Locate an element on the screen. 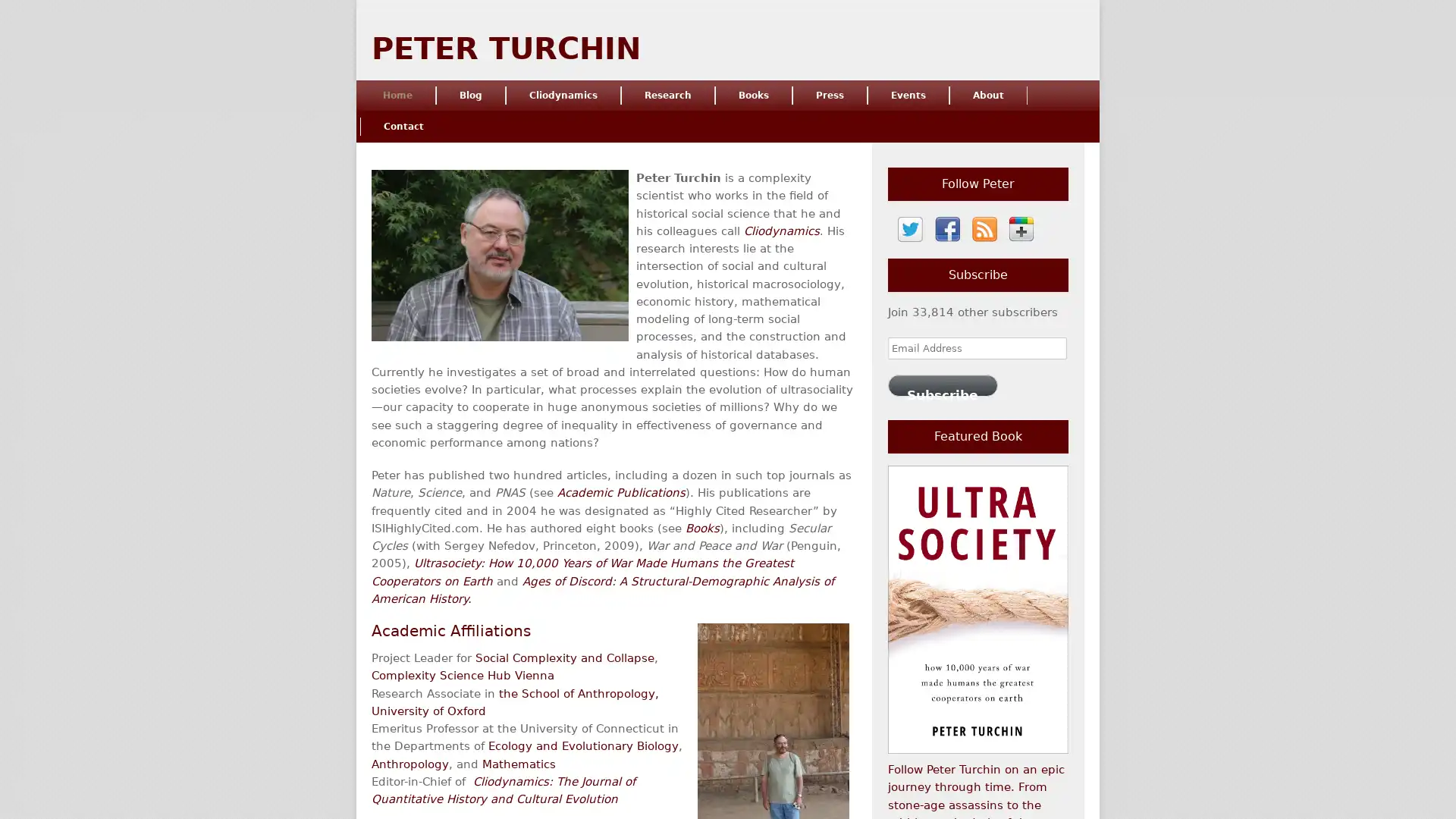 The height and width of the screenshot is (819, 1456). Subscribe is located at coordinates (942, 384).